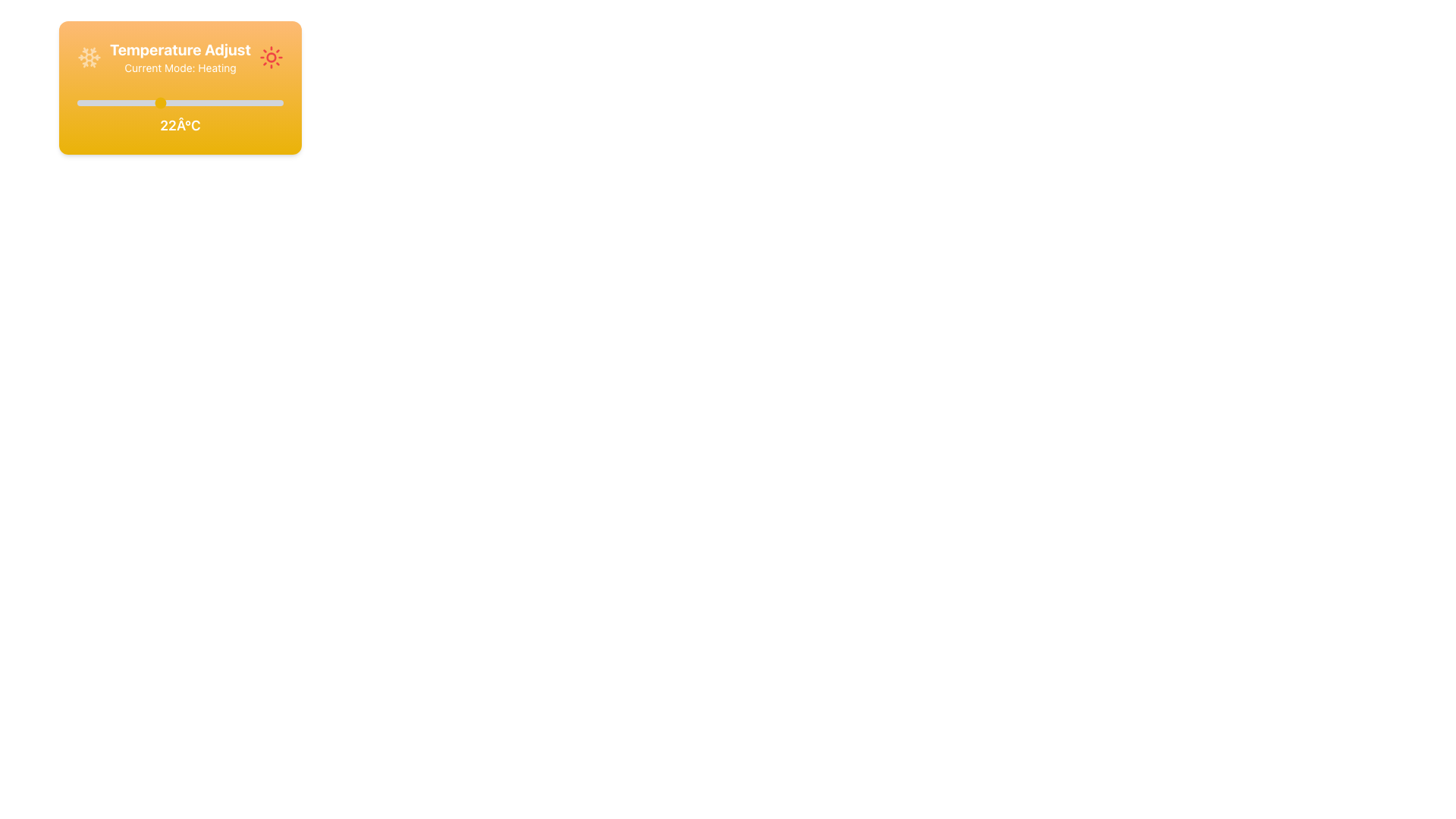 This screenshot has height=819, width=1456. What do you see at coordinates (180, 87) in the screenshot?
I see `the interactive temperature control interface to receive additional UI feedback about its functionality` at bounding box center [180, 87].